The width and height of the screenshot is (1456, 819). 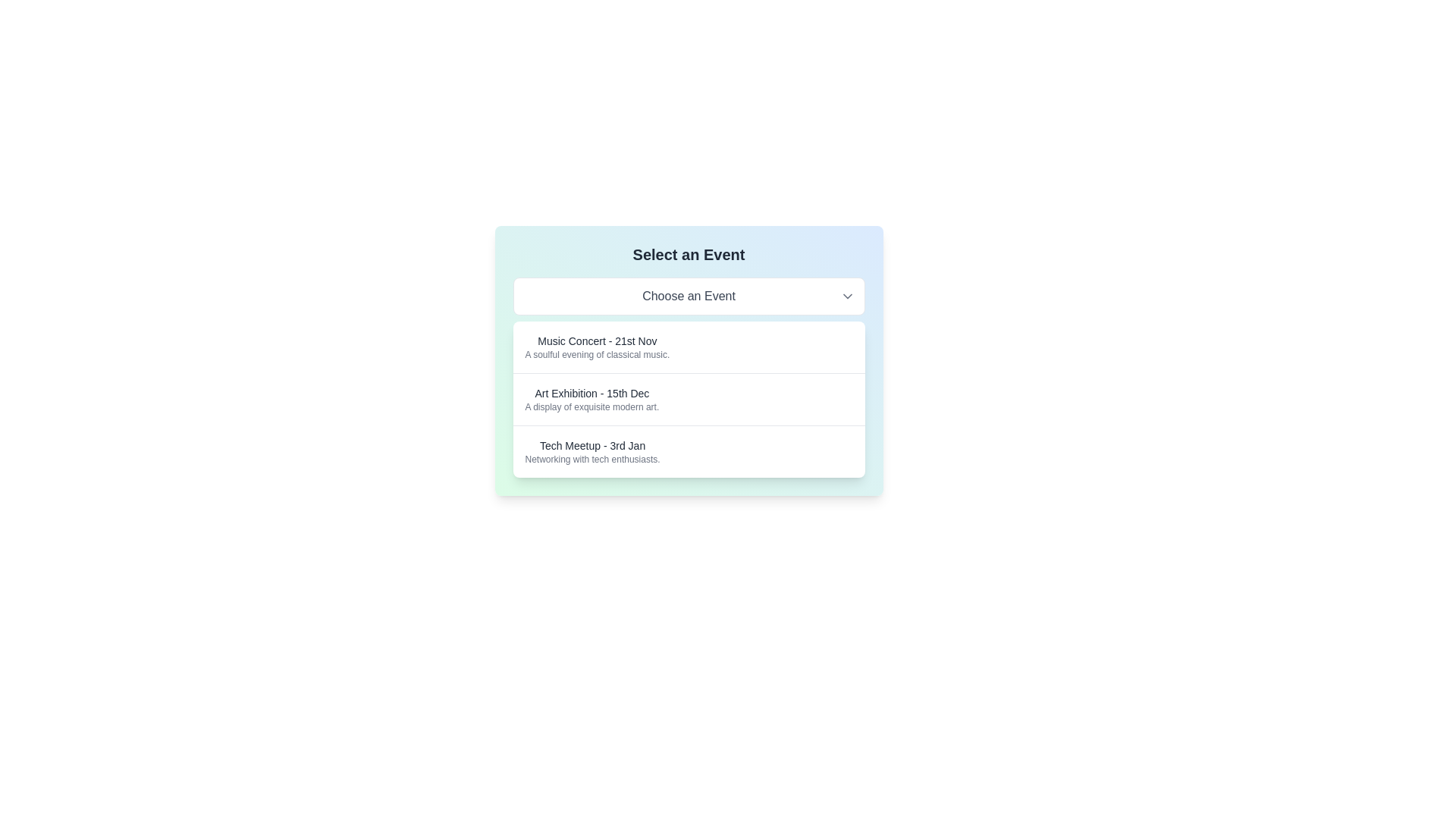 What do you see at coordinates (591, 406) in the screenshot?
I see `the text label that provides a brief description of the event titled 'Art Exhibition - 15th Dec', located below the main title in a vertical list of items` at bounding box center [591, 406].